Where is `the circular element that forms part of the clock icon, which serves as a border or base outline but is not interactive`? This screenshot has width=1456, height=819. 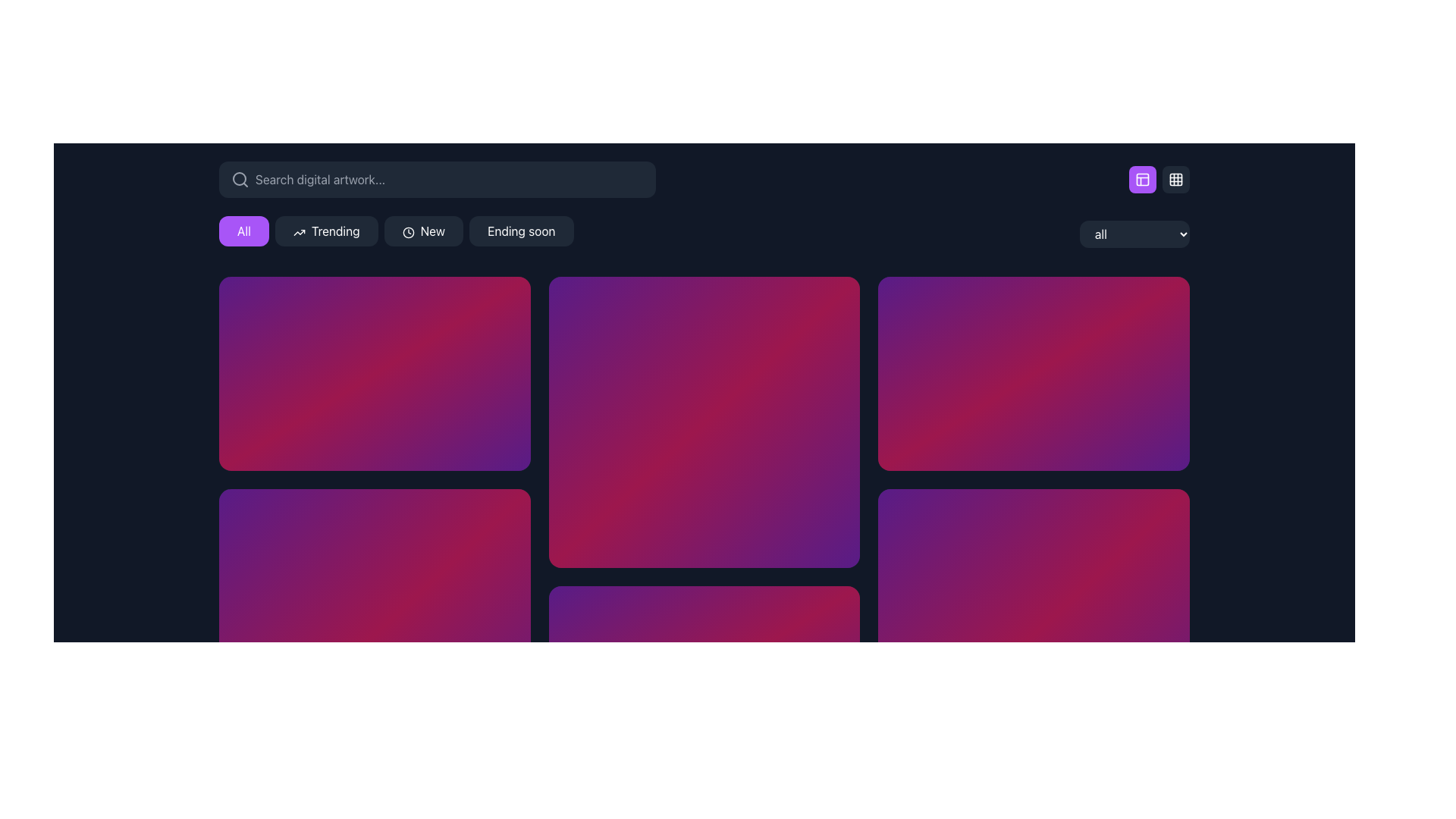 the circular element that forms part of the clock icon, which serves as a border or base outline but is not interactive is located at coordinates (408, 232).